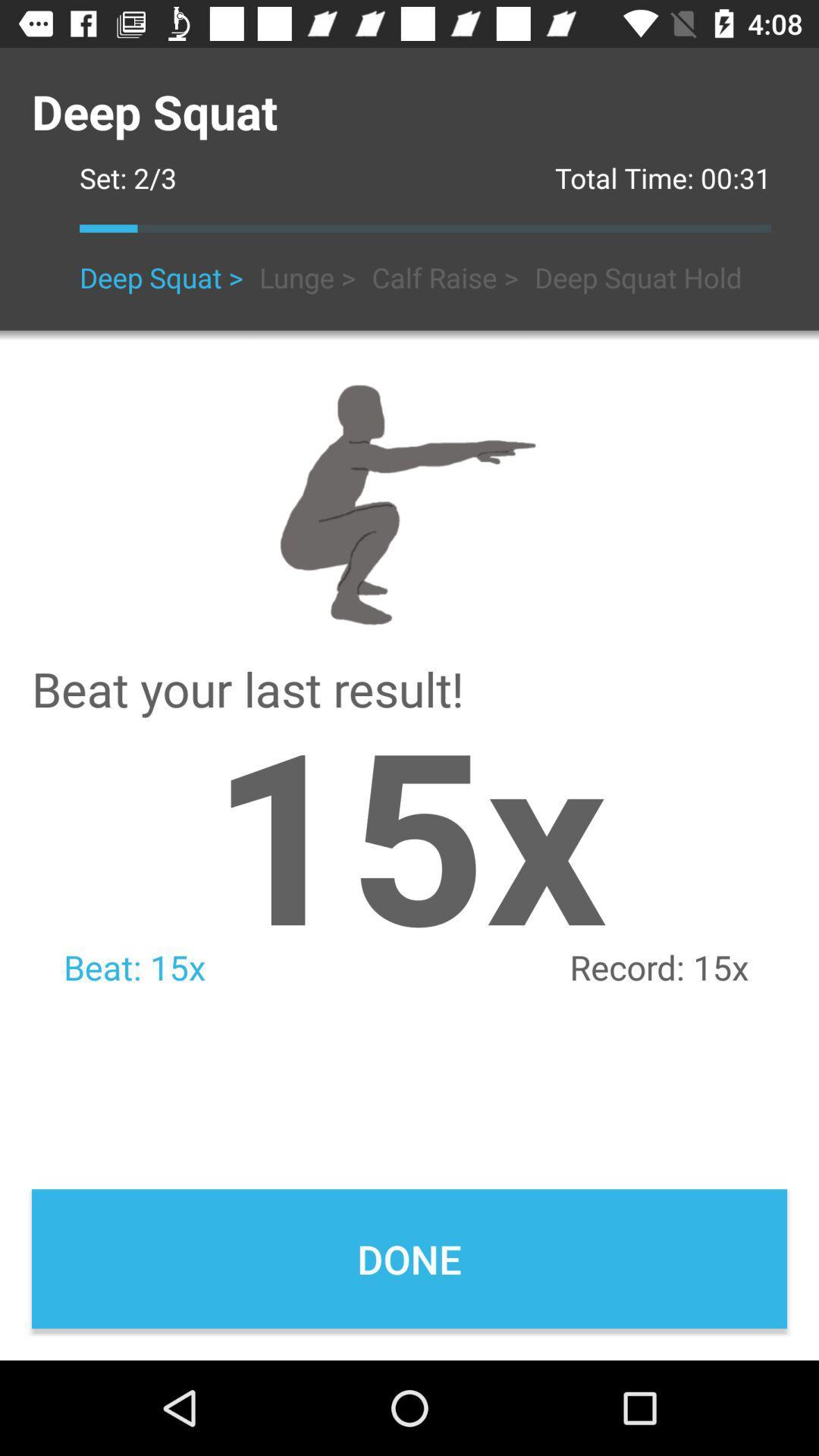 The image size is (819, 1456). Describe the element at coordinates (409, 1259) in the screenshot. I see `the done` at that location.